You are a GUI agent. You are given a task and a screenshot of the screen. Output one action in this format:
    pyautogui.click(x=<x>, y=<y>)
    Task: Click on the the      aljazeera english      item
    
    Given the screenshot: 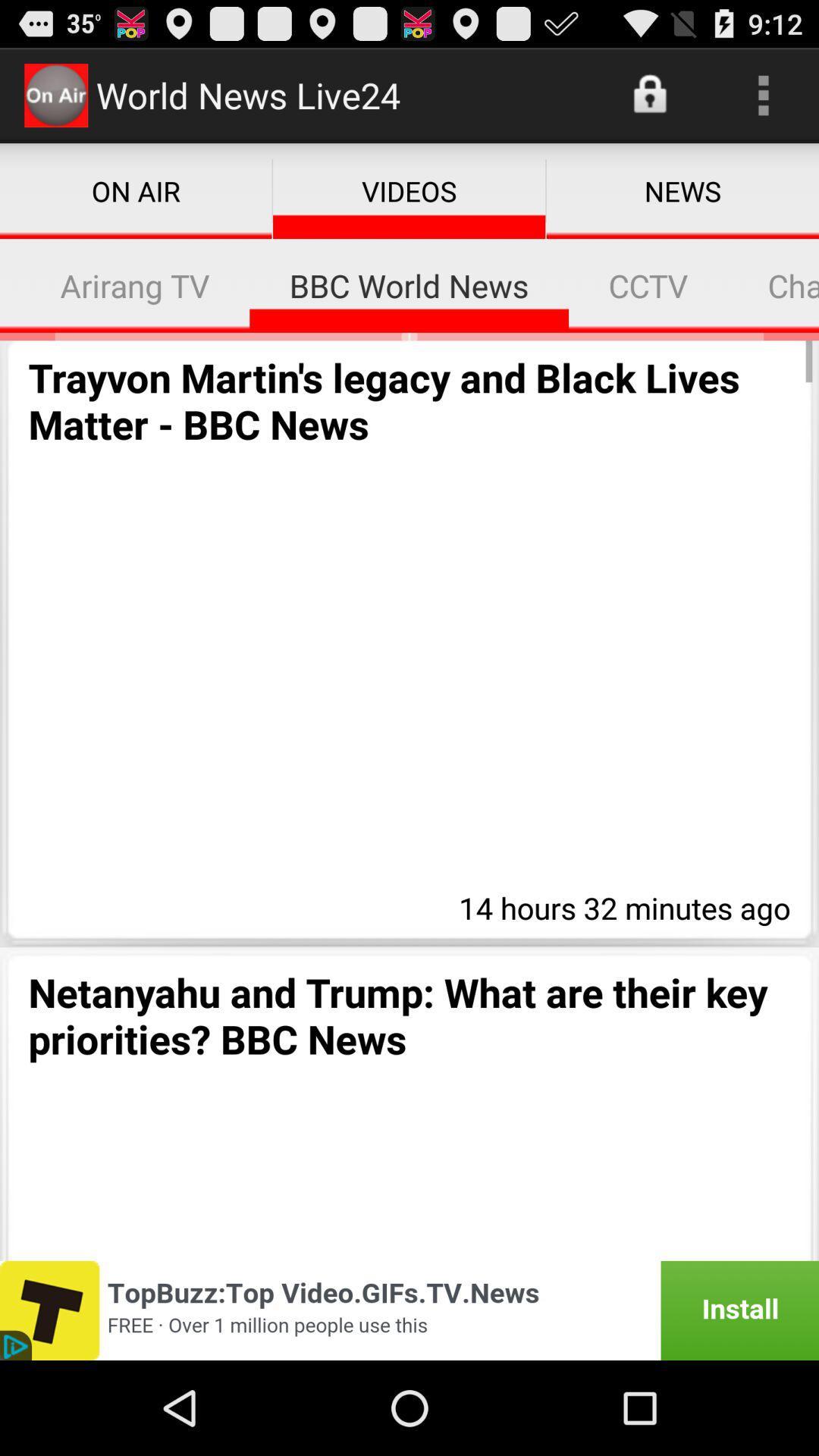 What is the action you would take?
    pyautogui.click(x=10, y=285)
    